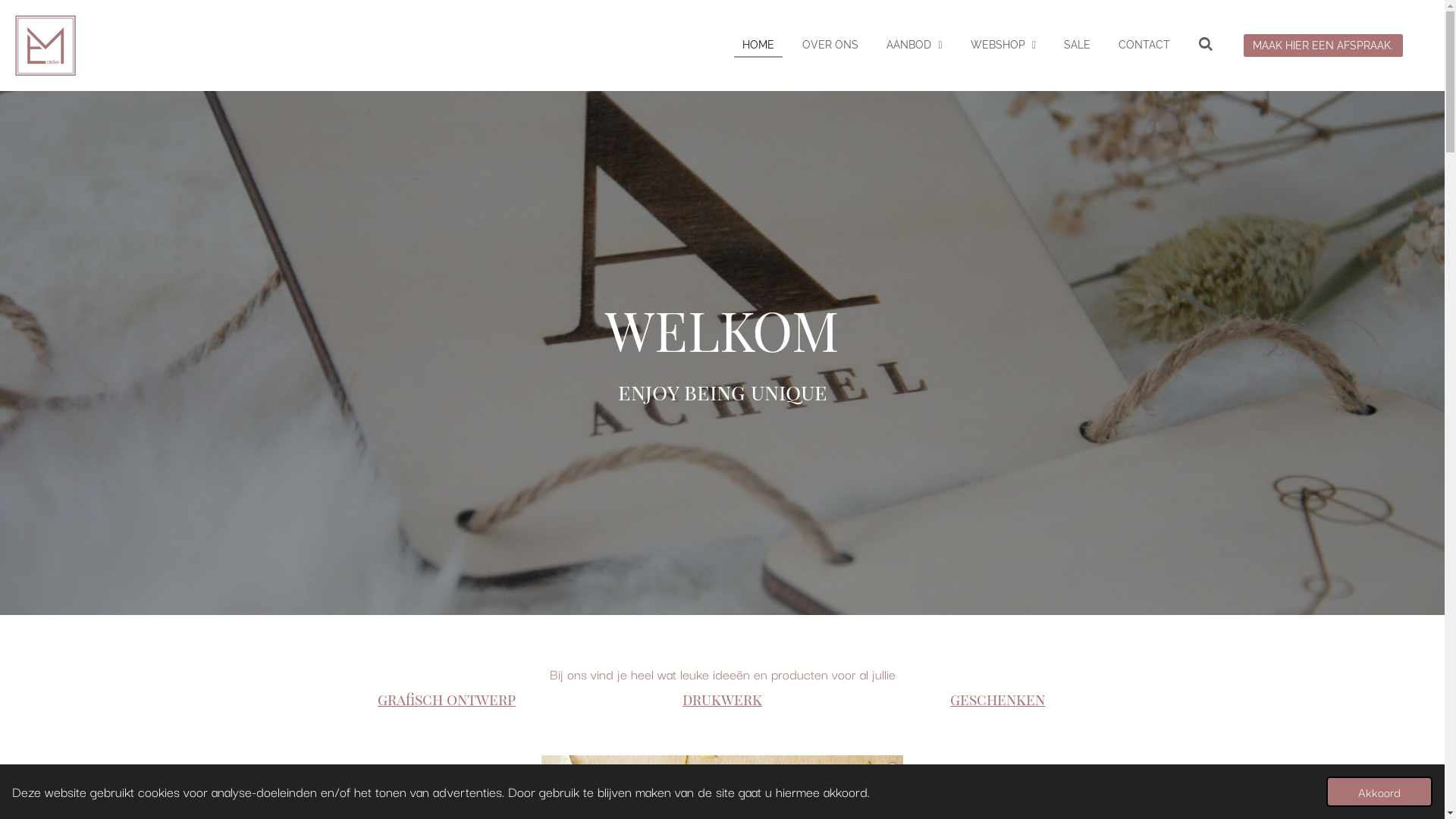 This screenshot has width=1456, height=819. Describe the element at coordinates (997, 698) in the screenshot. I see `'geschenken'` at that location.